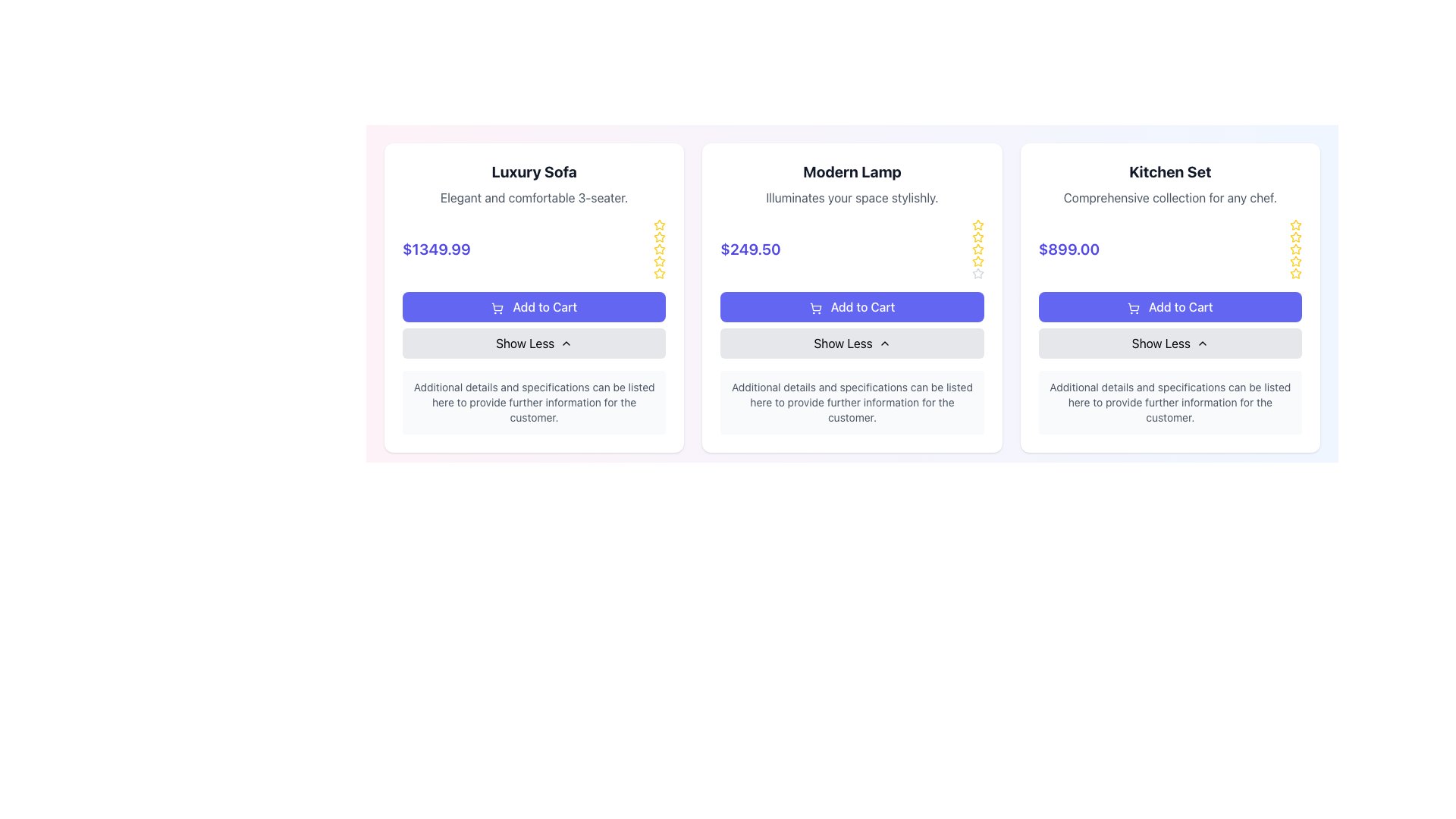 The image size is (1456, 819). Describe the element at coordinates (1133, 306) in the screenshot. I see `the shopping cart icon located in the center of the blue 'Add to Cart' button within the 'Kitchen Set' card, which is the third card in the product cards list` at that location.